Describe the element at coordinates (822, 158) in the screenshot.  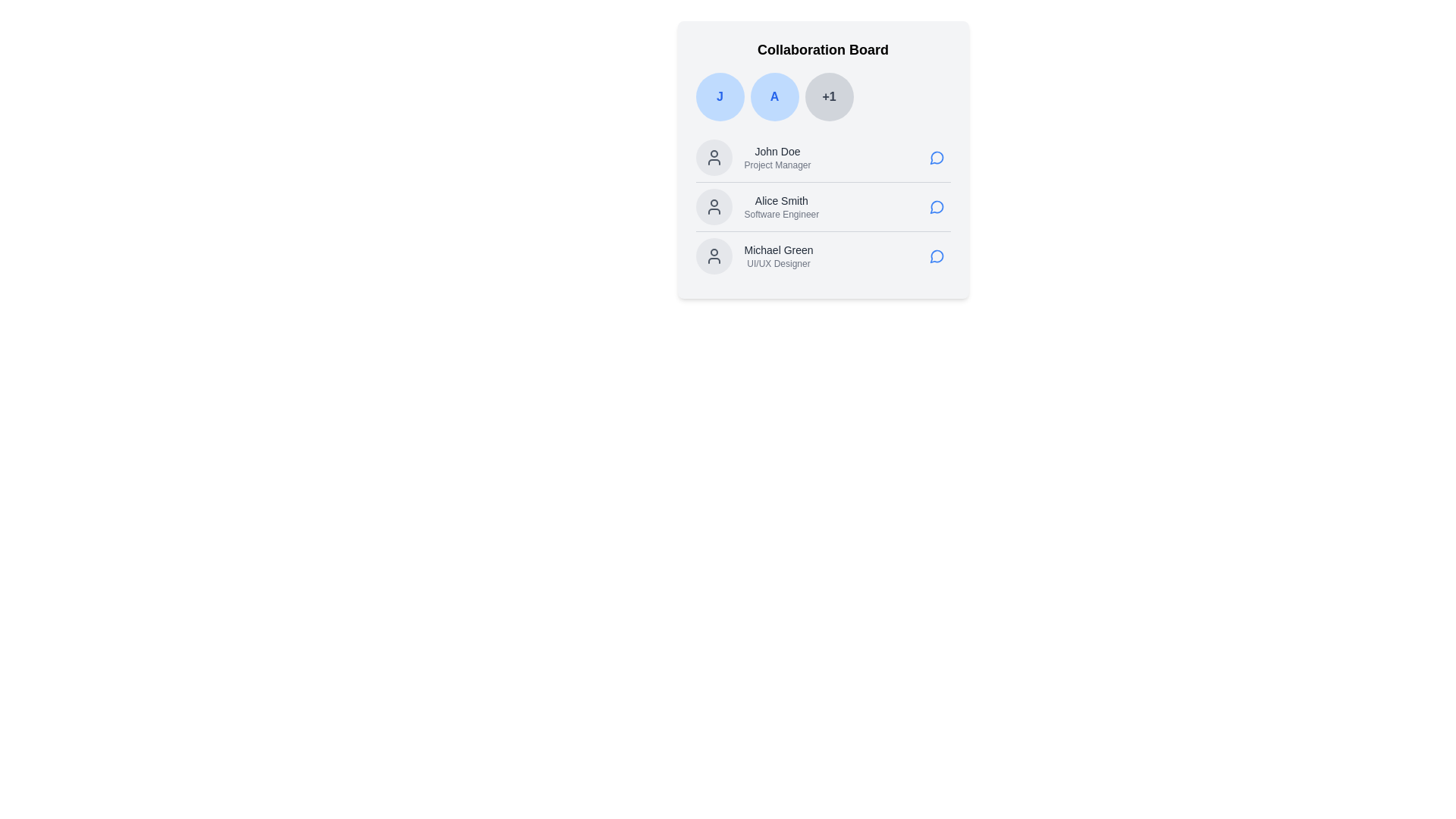
I see `role designation 'Project Manager' of the list entry for 'John Doe', the first entry in the team members' list on the collaboration board` at that location.